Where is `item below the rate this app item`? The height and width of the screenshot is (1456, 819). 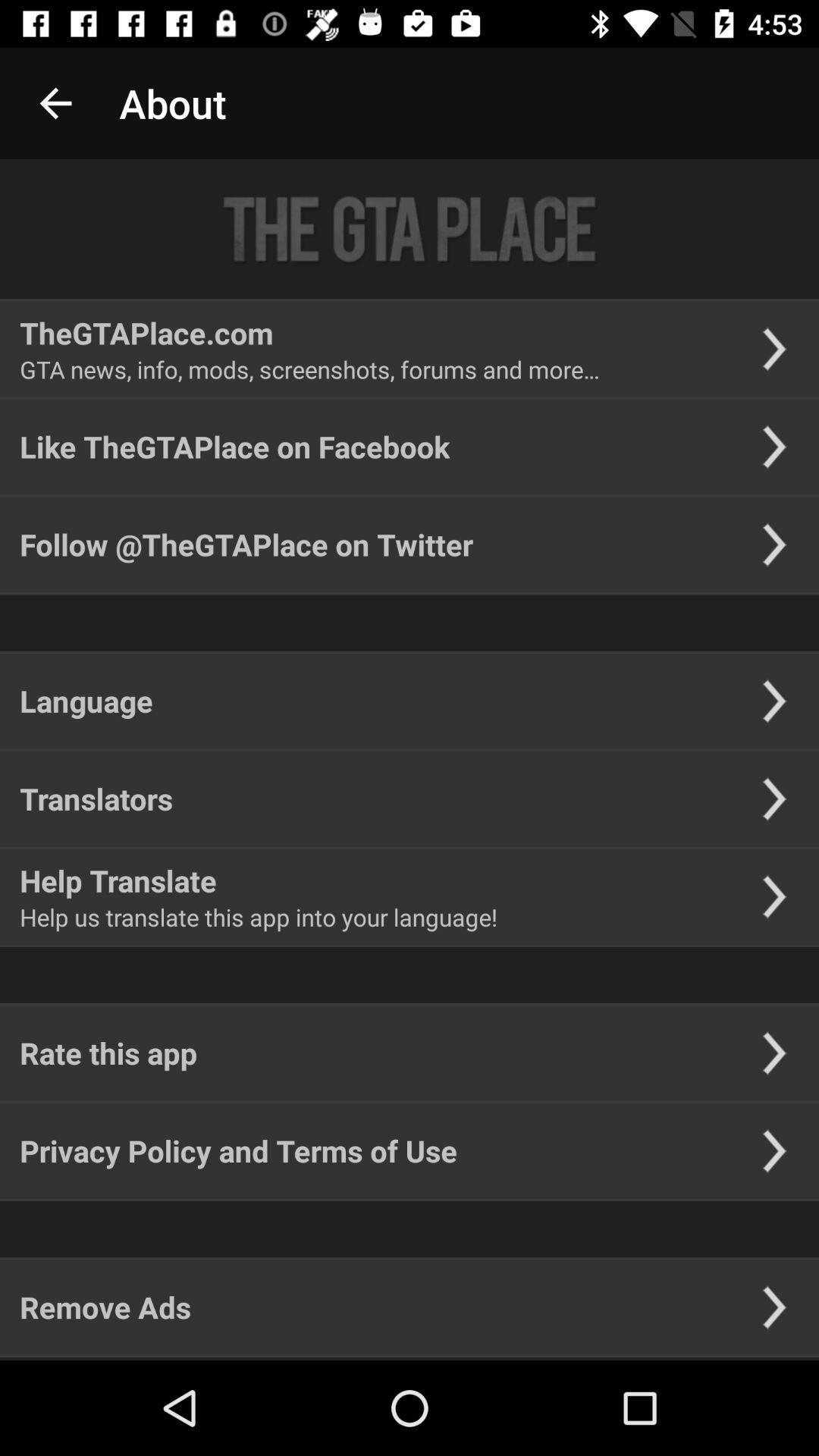
item below the rate this app item is located at coordinates (238, 1150).